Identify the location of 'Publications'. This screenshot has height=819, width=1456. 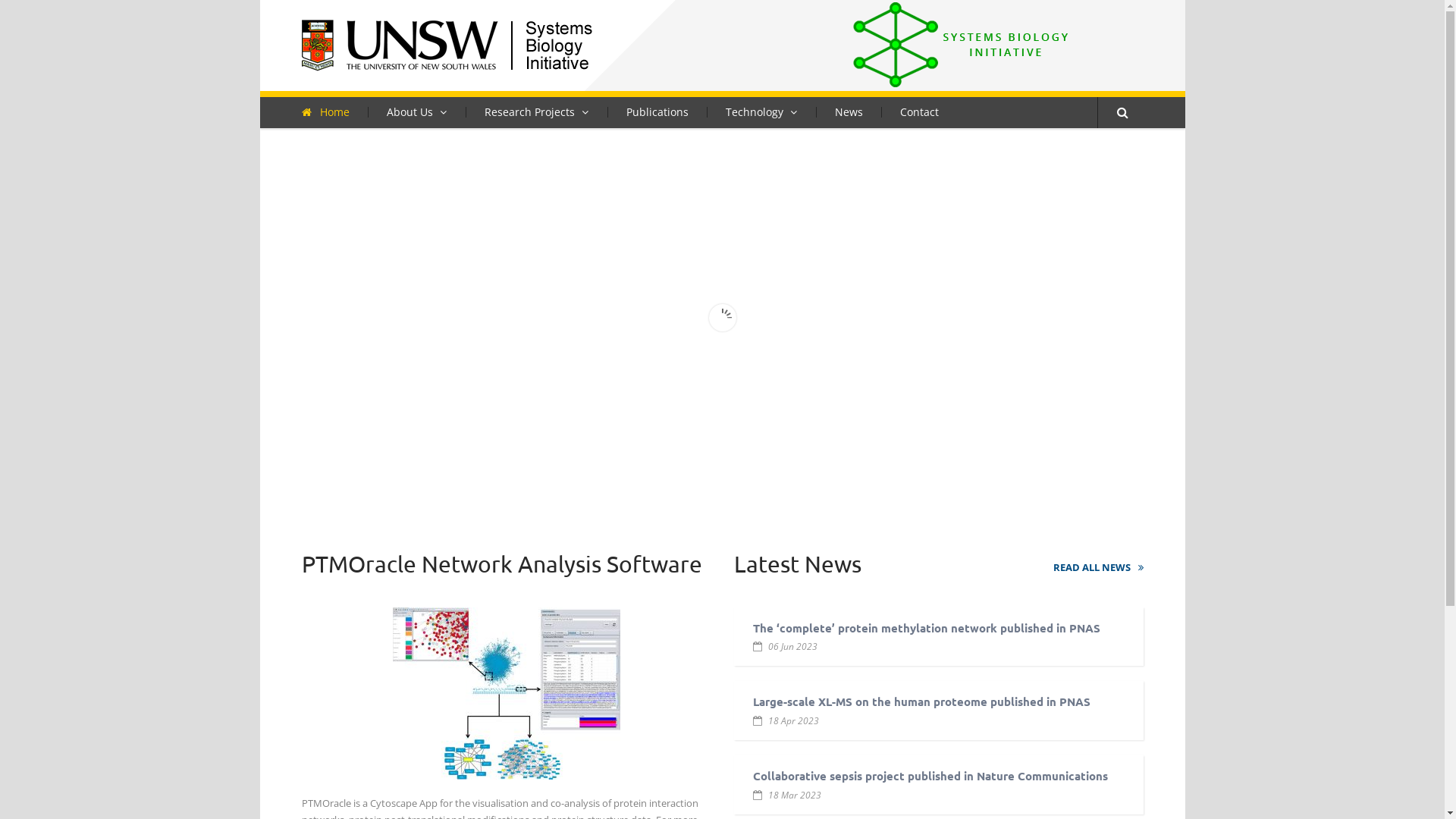
(656, 110).